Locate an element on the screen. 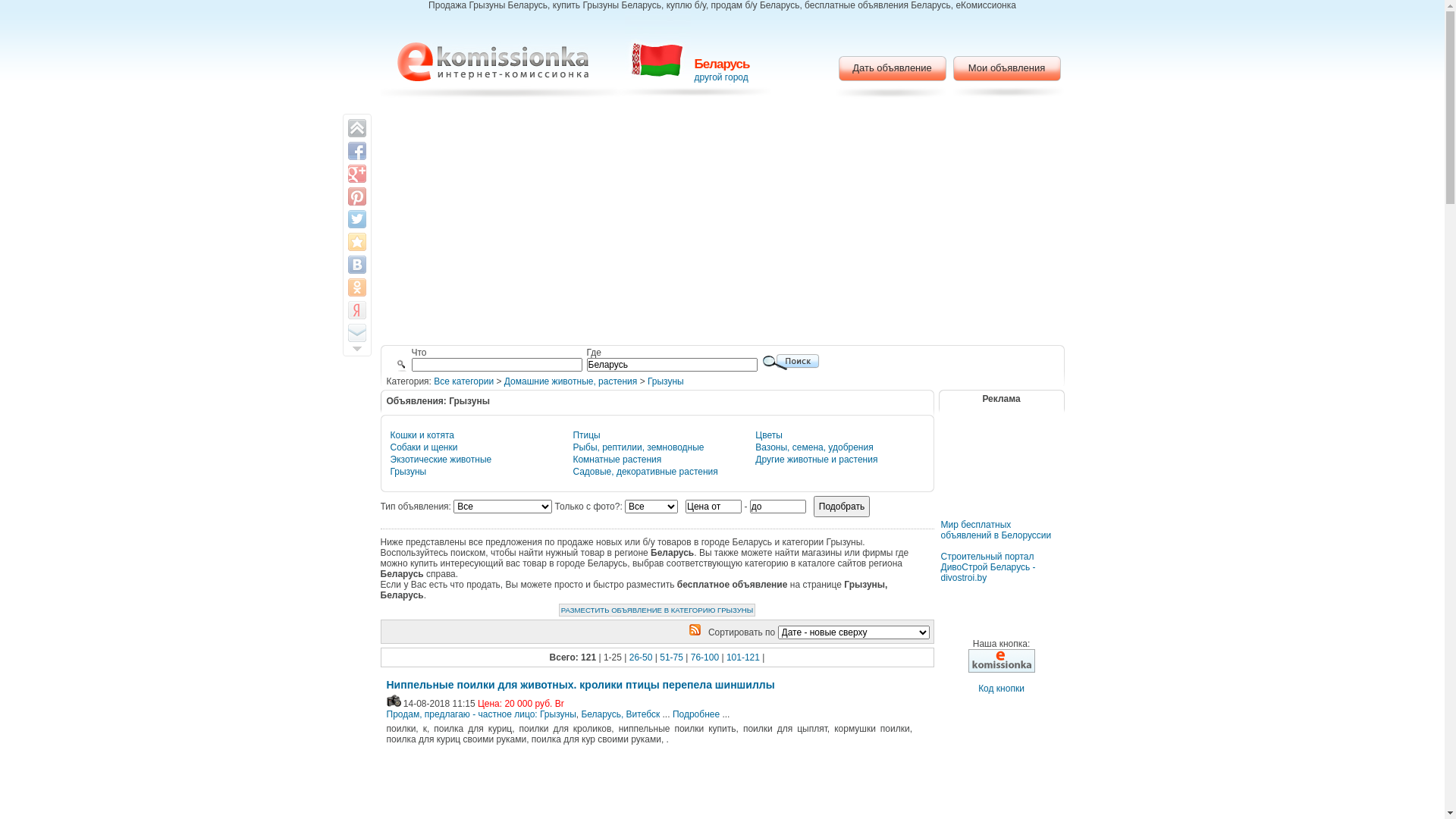  '76-100' is located at coordinates (704, 657).